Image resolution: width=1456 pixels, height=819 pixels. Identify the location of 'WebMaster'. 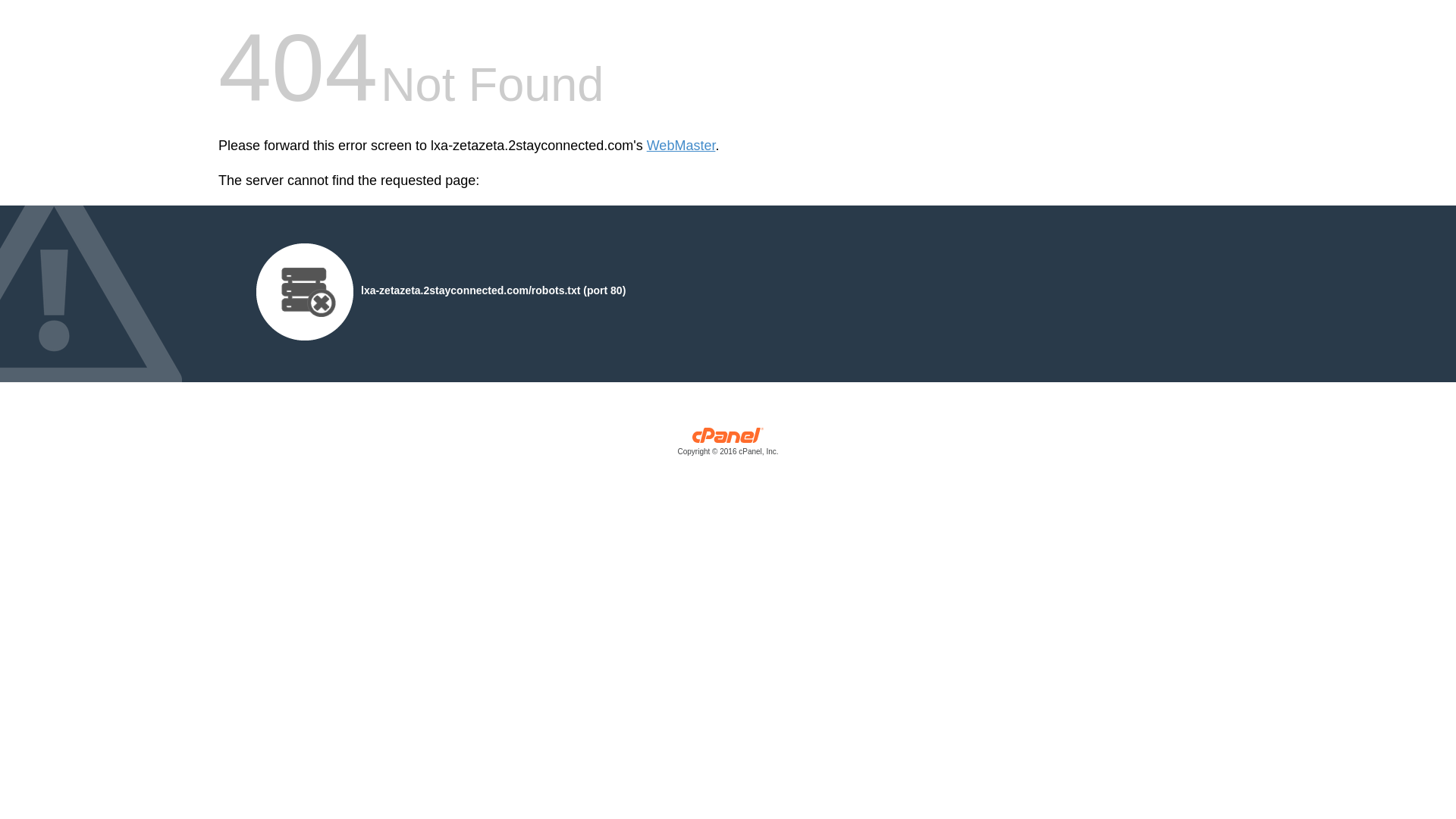
(680, 146).